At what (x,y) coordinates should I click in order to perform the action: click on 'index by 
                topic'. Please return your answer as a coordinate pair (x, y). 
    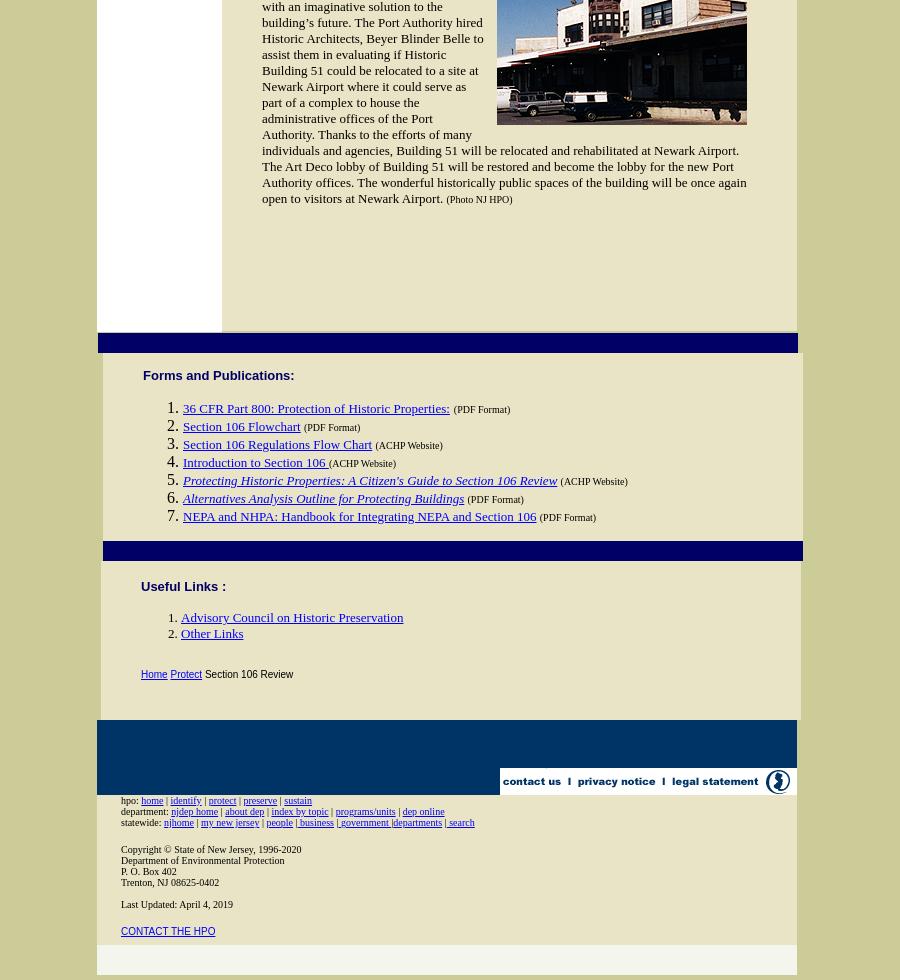
    Looking at the image, I should click on (298, 811).